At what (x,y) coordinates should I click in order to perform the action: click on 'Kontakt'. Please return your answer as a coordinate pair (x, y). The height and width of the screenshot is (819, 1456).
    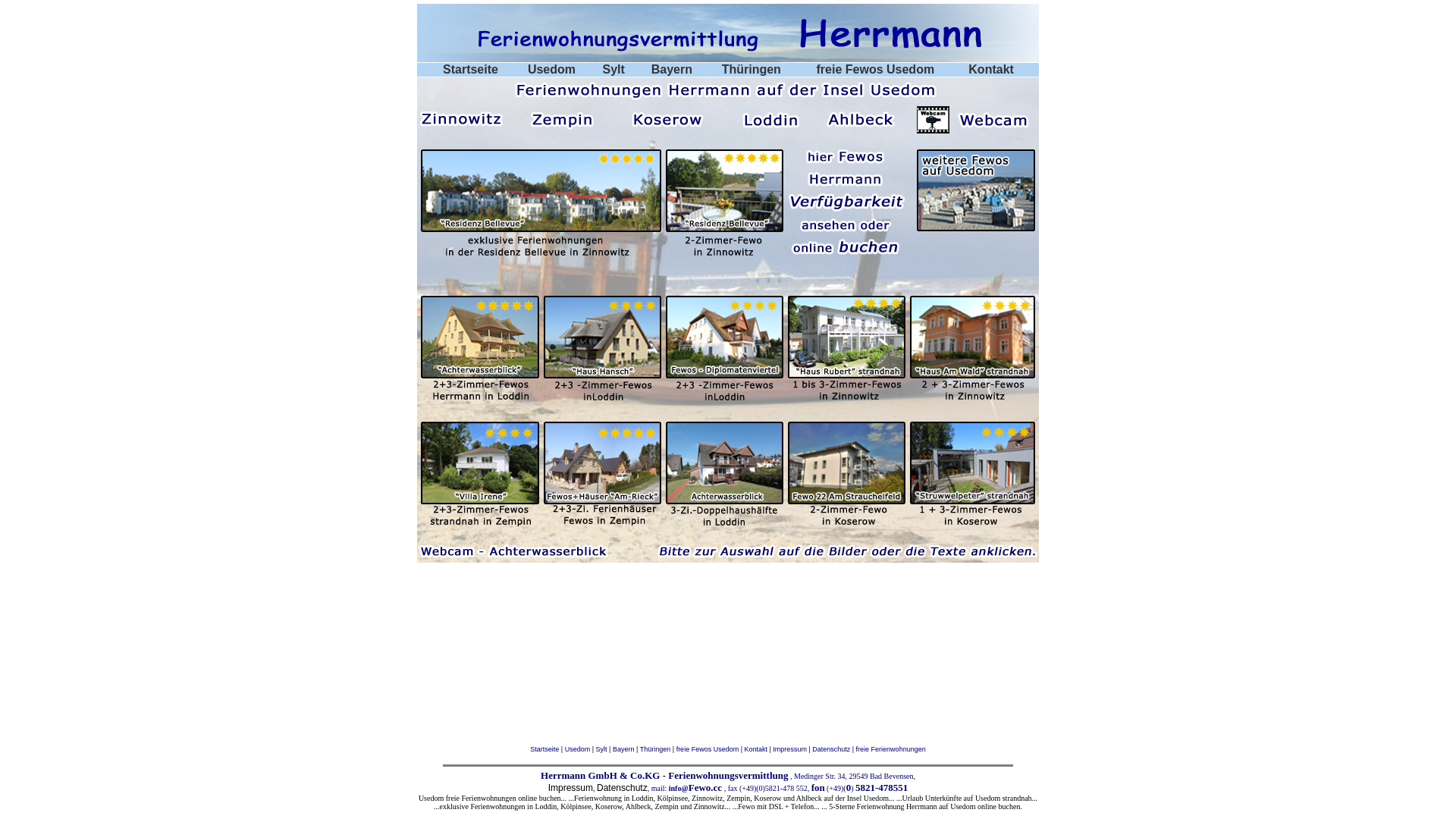
    Looking at the image, I should click on (967, 69).